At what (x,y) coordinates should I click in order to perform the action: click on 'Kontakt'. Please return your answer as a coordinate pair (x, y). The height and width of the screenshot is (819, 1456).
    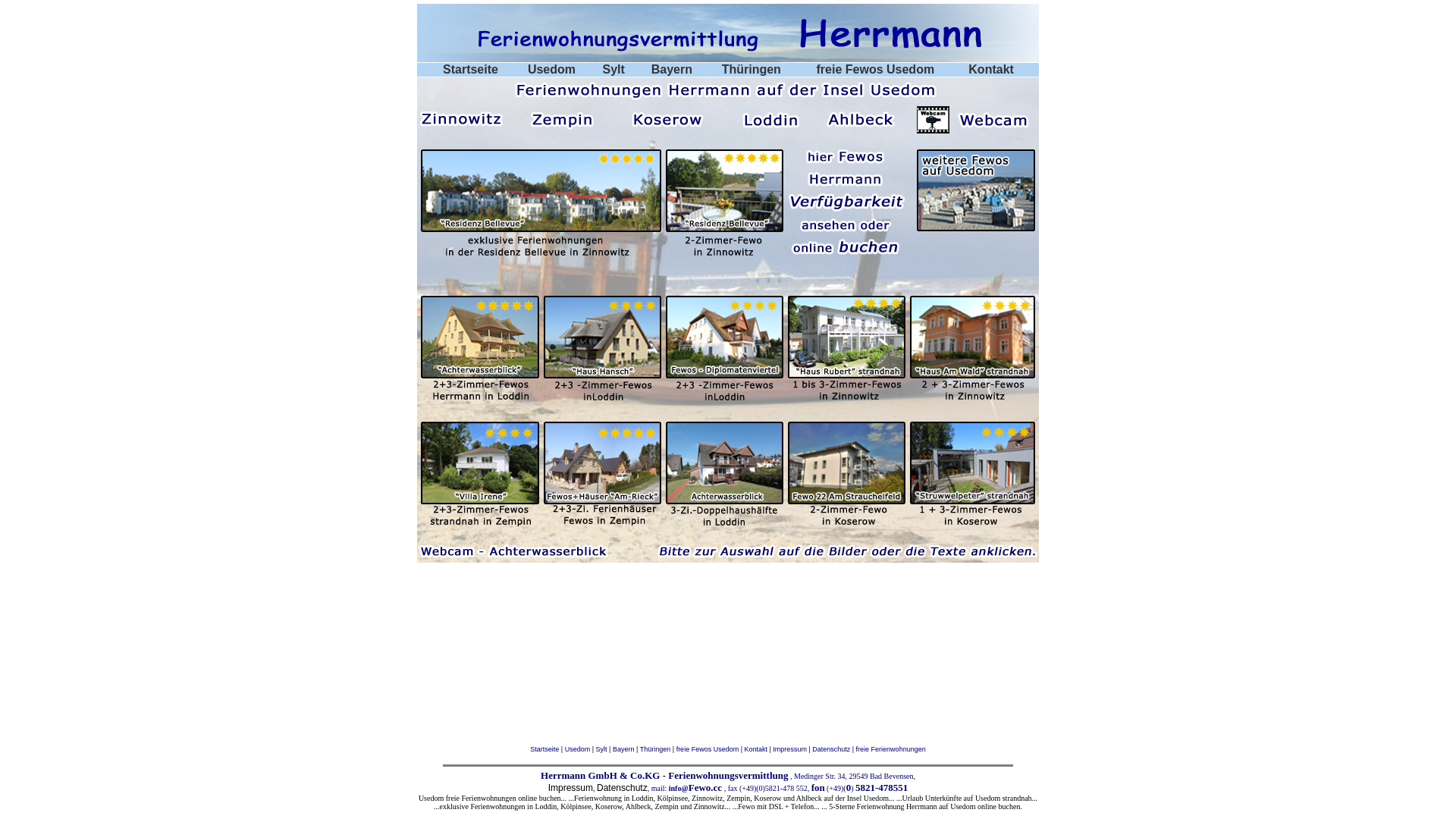
    Looking at the image, I should click on (967, 69).